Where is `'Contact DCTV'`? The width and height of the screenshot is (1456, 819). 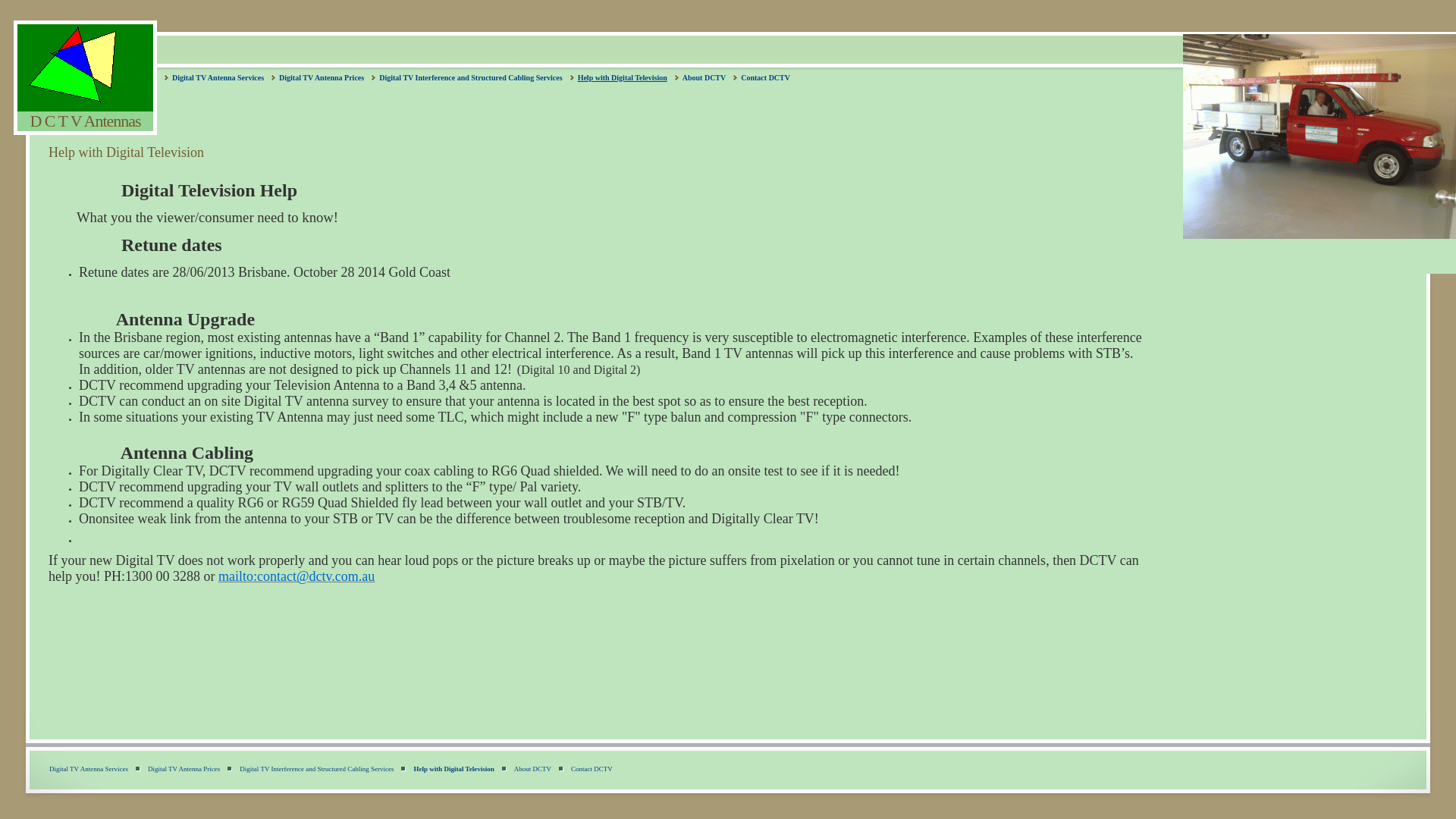 'Contact DCTV' is located at coordinates (591, 768).